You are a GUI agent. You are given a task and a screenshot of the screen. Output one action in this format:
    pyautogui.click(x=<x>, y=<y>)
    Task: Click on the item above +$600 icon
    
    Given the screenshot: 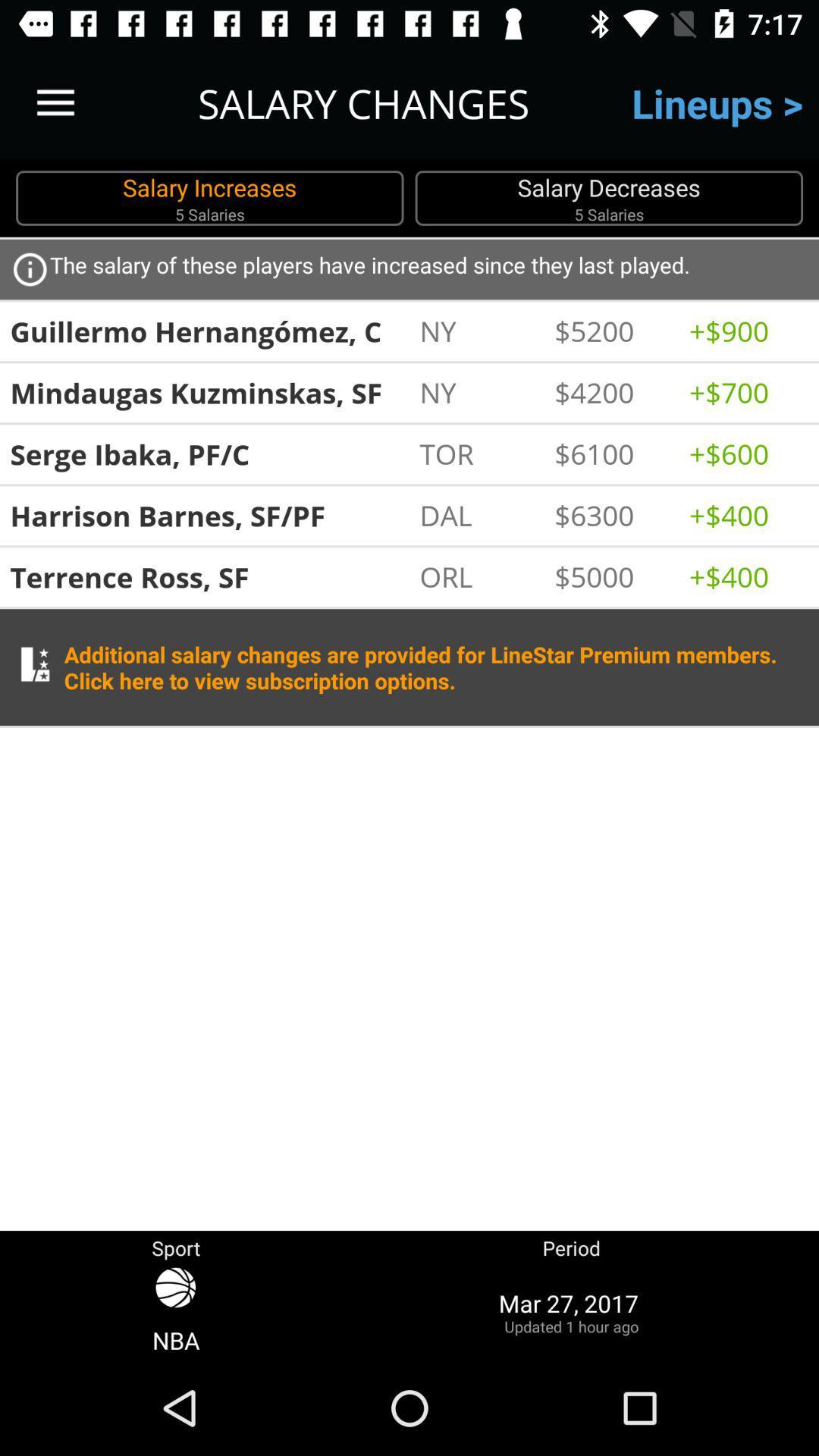 What is the action you would take?
    pyautogui.click(x=748, y=392)
    